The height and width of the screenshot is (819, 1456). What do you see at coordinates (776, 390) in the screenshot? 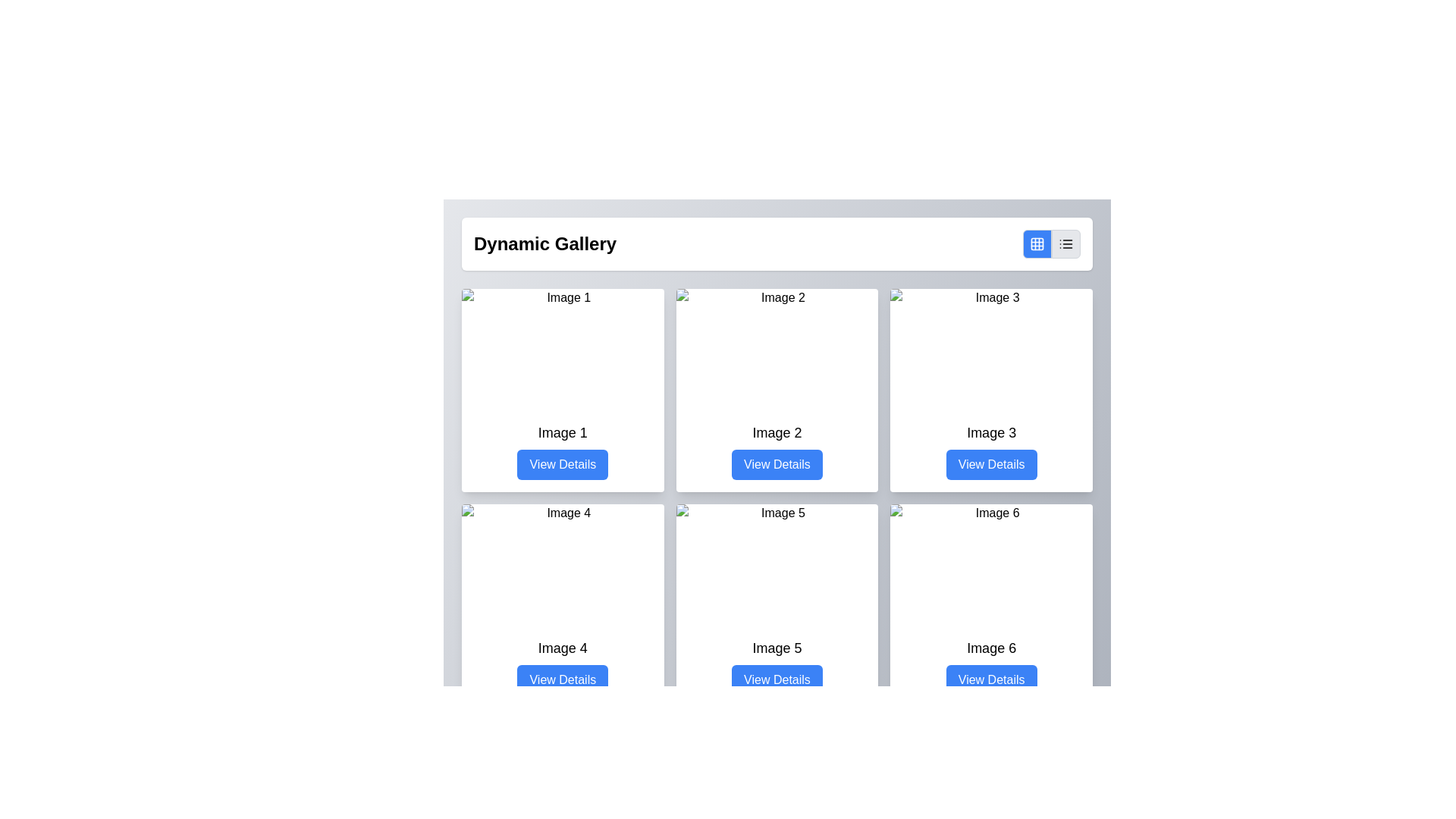
I see `image in the Card component that visually represents 'Image 2', located in the first row and second column of the grid layout` at bounding box center [776, 390].